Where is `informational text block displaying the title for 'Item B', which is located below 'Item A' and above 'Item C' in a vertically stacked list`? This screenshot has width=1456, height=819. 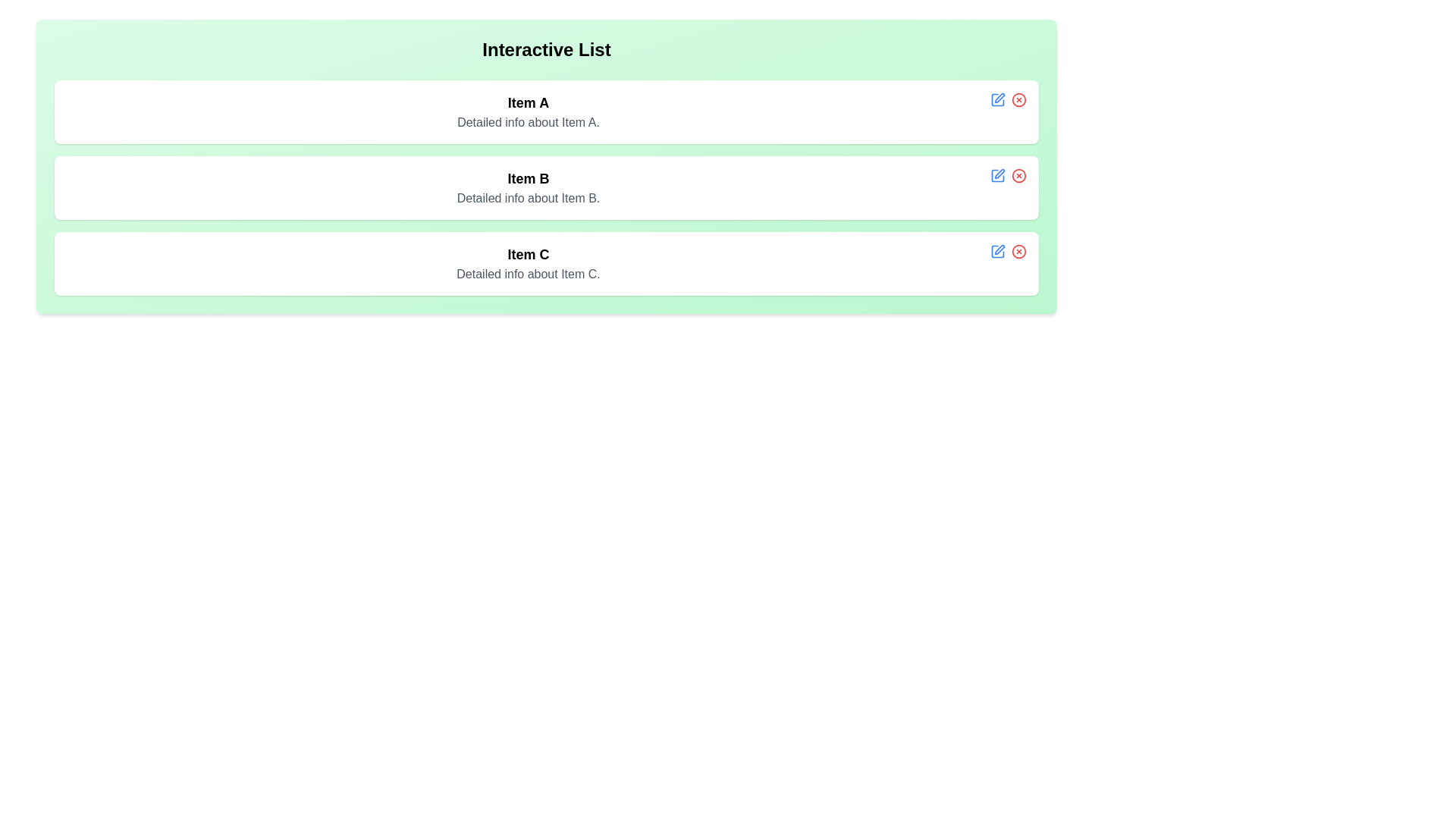
informational text block displaying the title for 'Item B', which is located below 'Item A' and above 'Item C' in a vertically stacked list is located at coordinates (528, 187).